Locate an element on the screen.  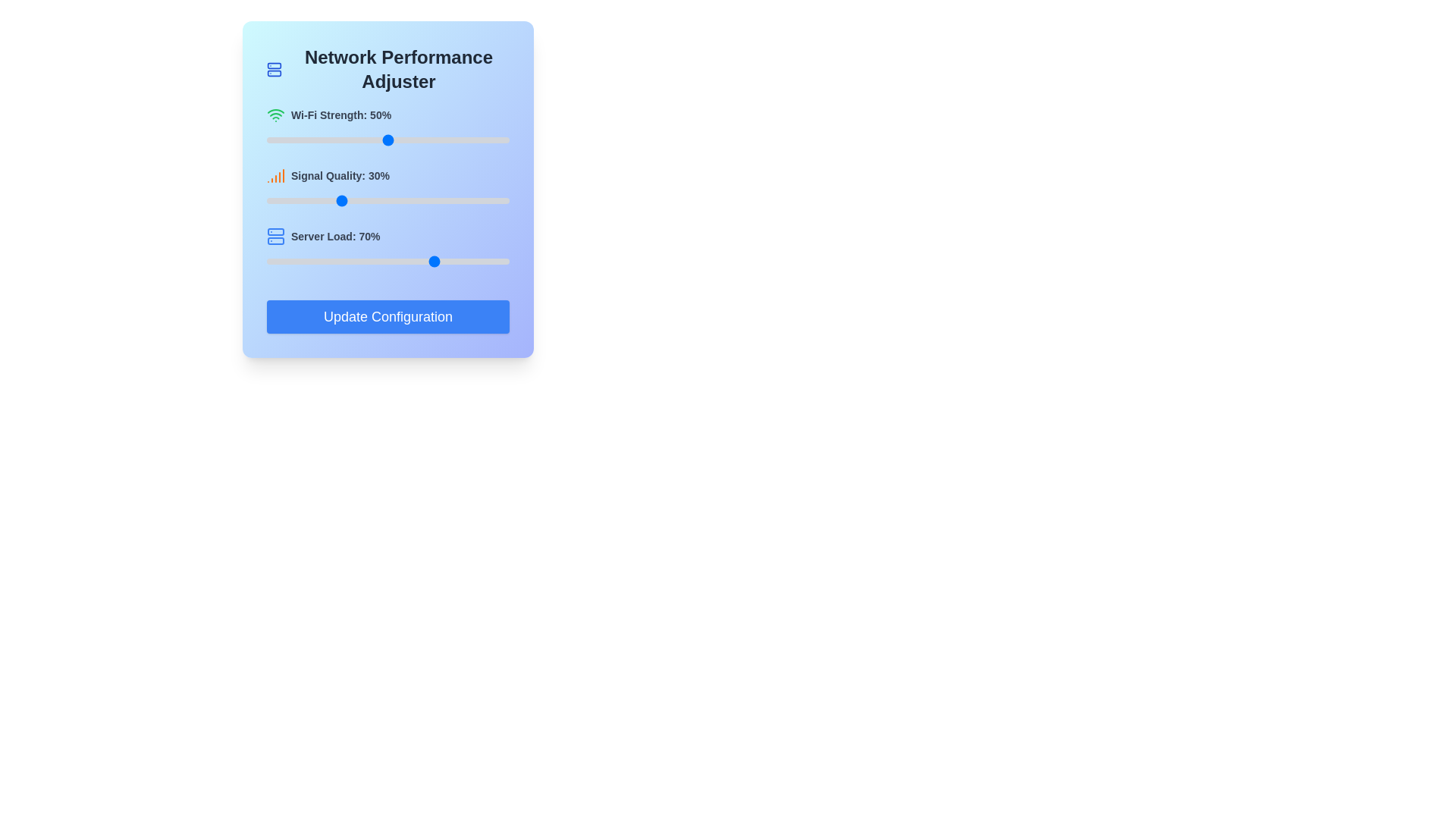
Wi-Fi strength is located at coordinates (329, 140).